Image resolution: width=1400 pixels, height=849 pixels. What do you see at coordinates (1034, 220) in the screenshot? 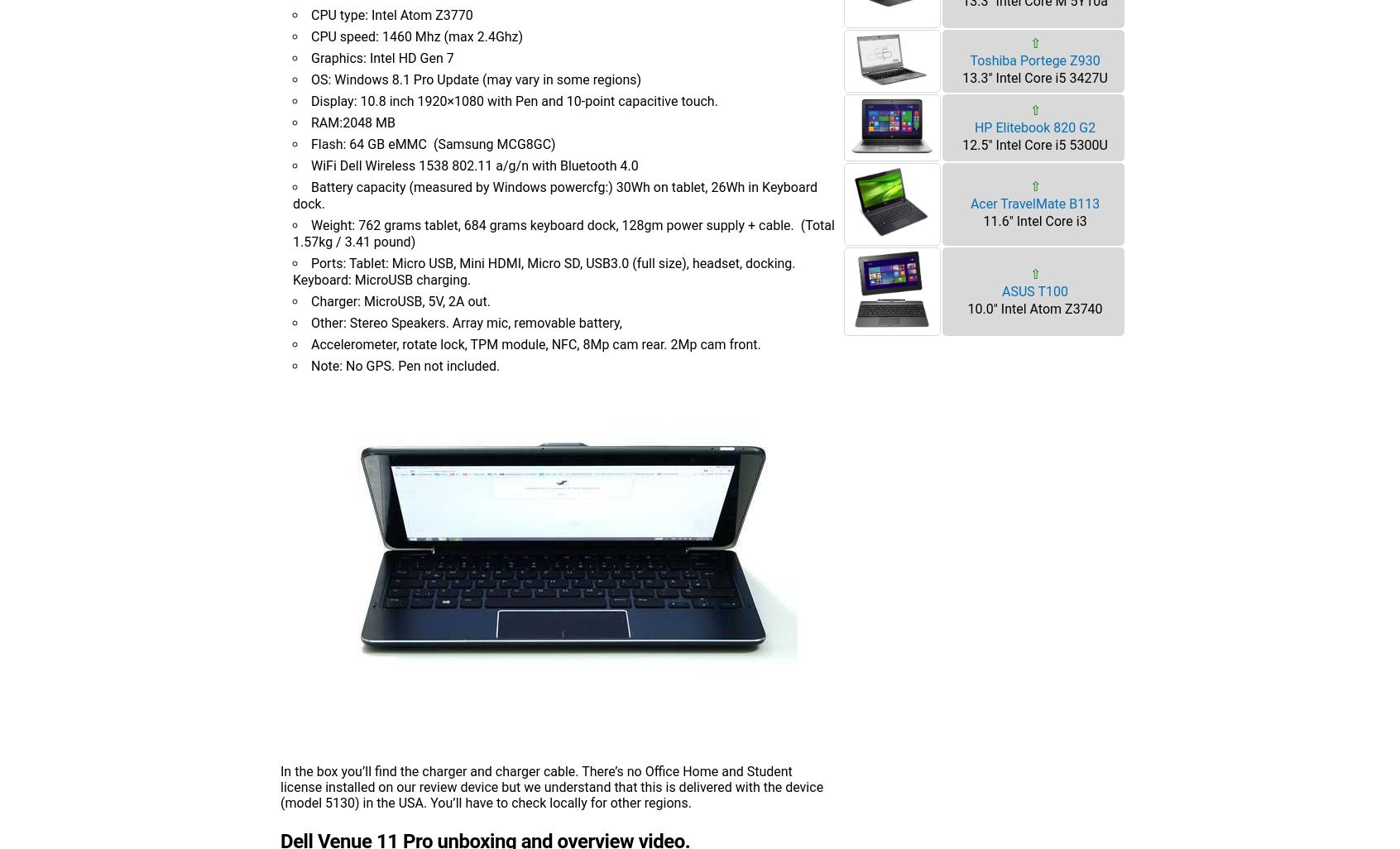
I see `'11.6"  Intel Core i3'` at bounding box center [1034, 220].